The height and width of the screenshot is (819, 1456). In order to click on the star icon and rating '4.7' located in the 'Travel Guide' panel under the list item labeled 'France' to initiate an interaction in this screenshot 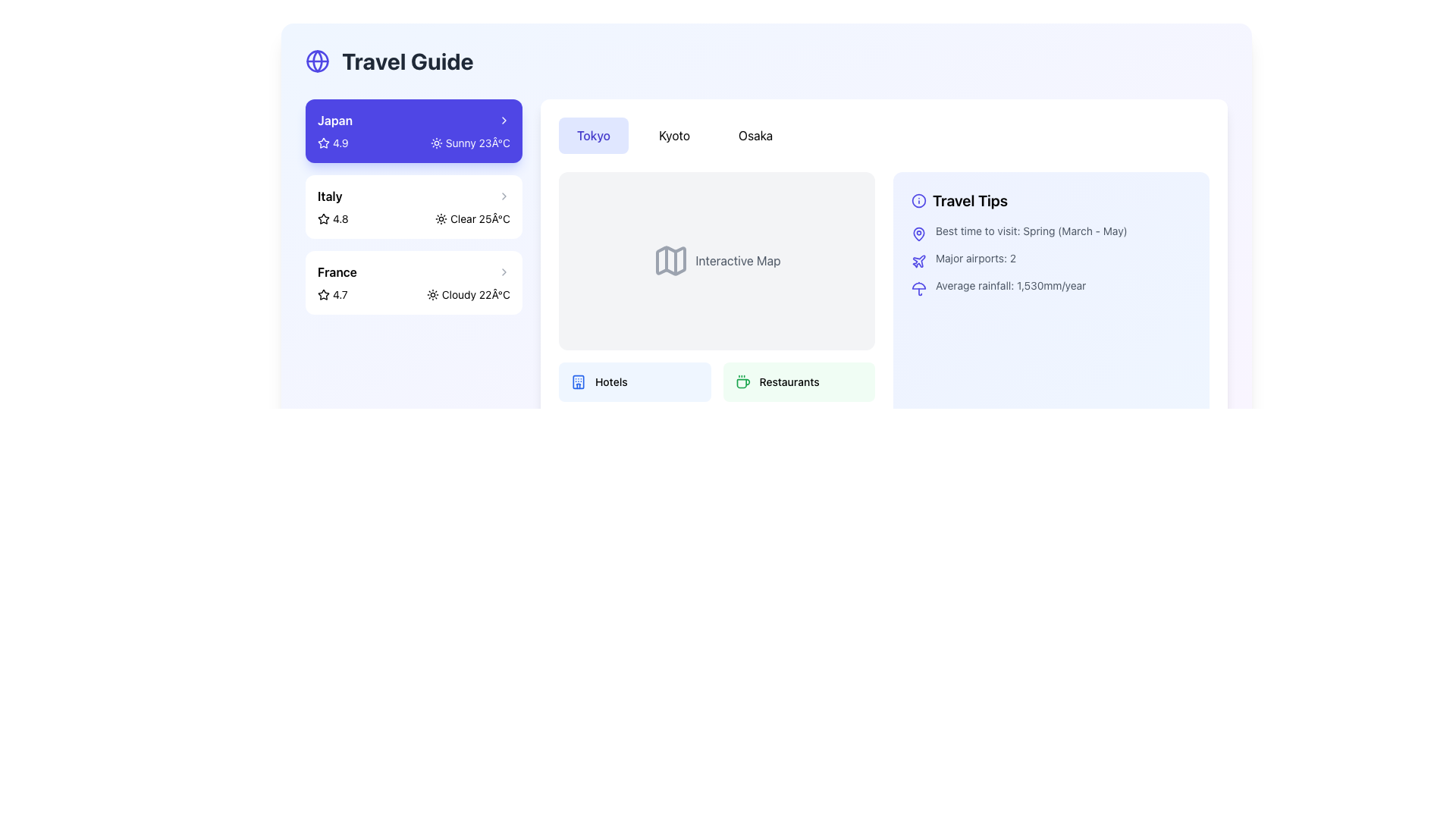, I will do `click(331, 295)`.